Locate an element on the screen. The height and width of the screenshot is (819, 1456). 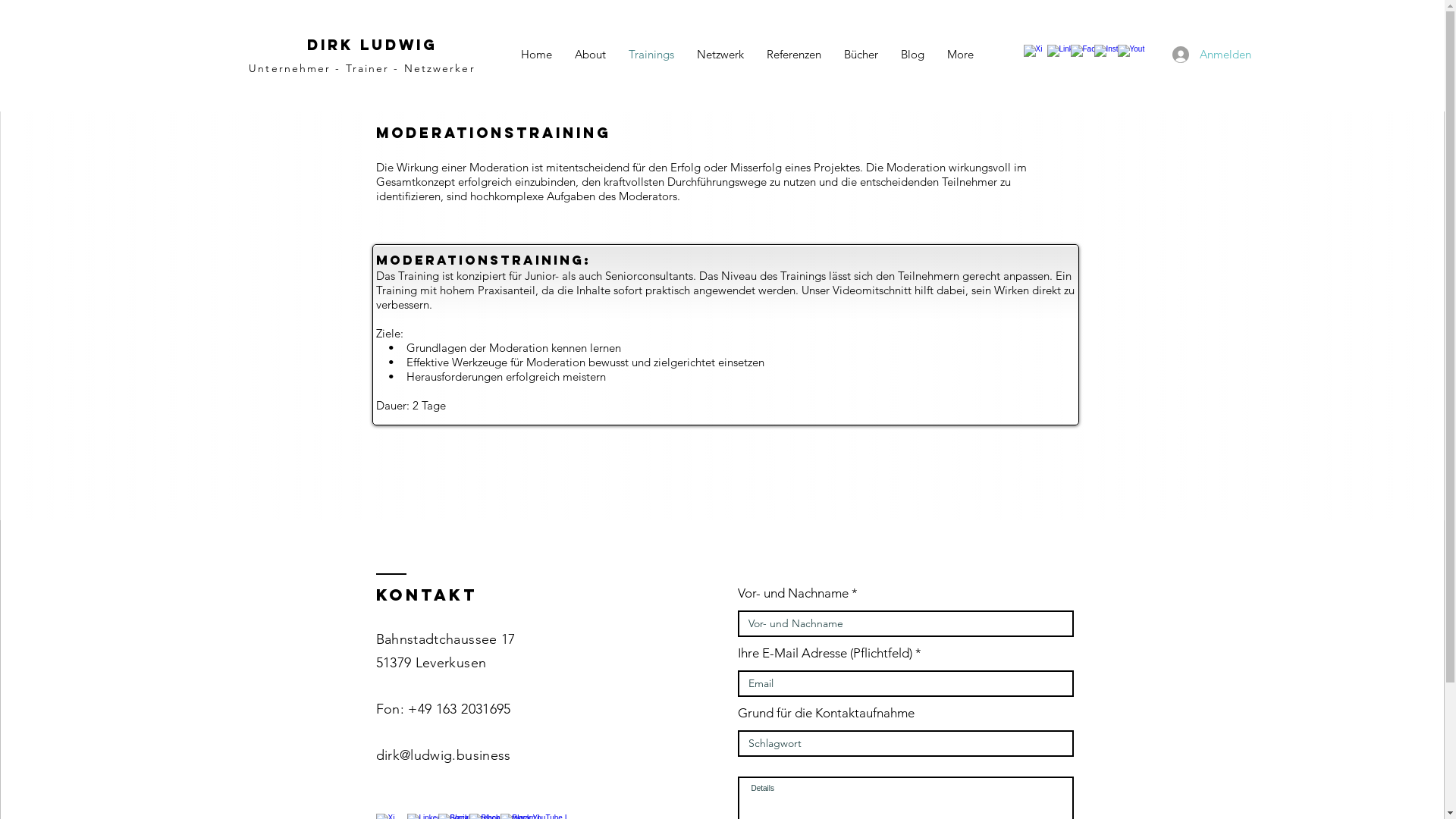
'dirk@ludwig.business' is located at coordinates (443, 755).